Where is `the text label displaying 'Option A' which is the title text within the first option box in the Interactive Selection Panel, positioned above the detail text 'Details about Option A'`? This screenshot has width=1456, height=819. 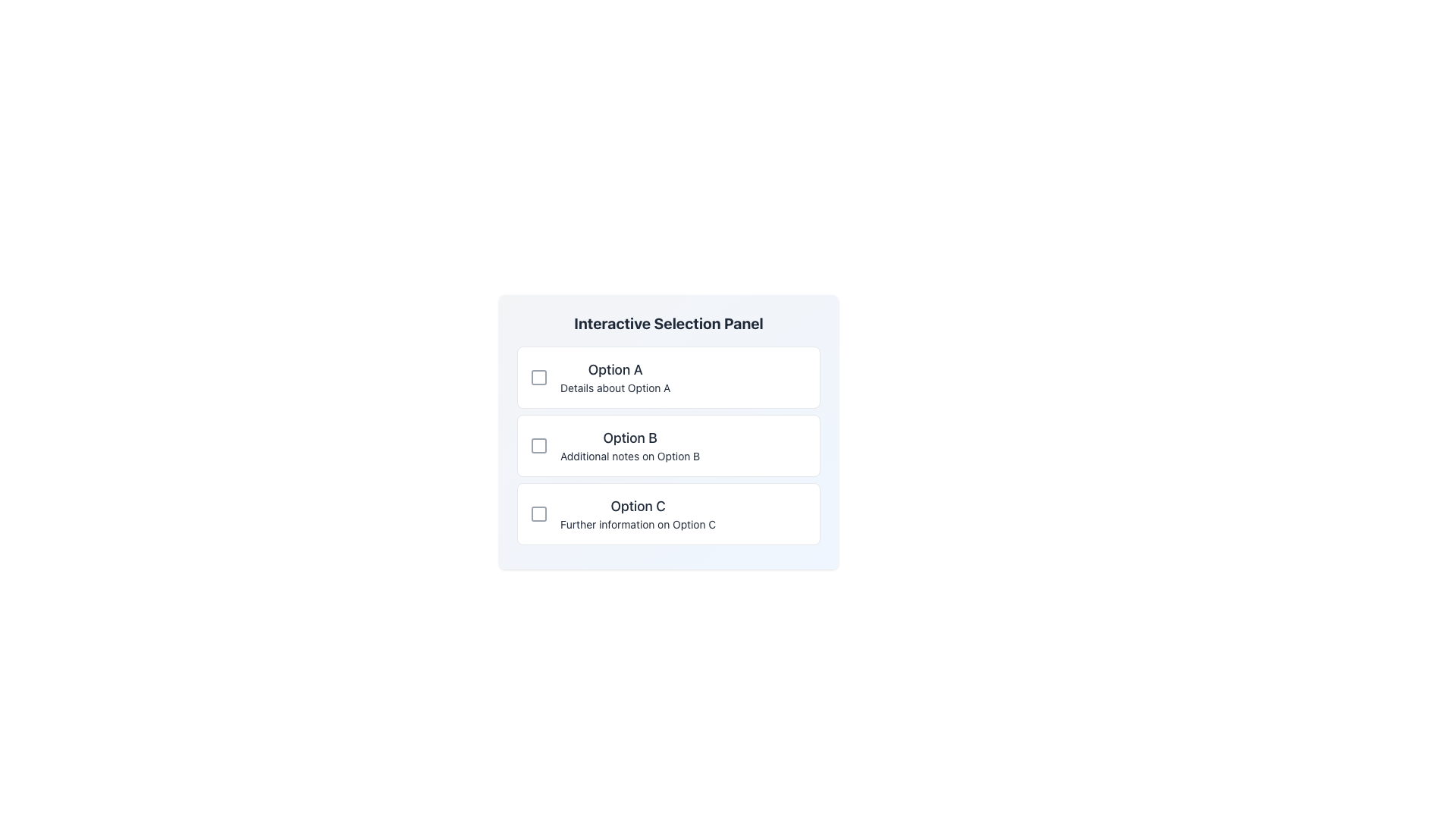
the text label displaying 'Option A' which is the title text within the first option box in the Interactive Selection Panel, positioned above the detail text 'Details about Option A' is located at coordinates (615, 370).